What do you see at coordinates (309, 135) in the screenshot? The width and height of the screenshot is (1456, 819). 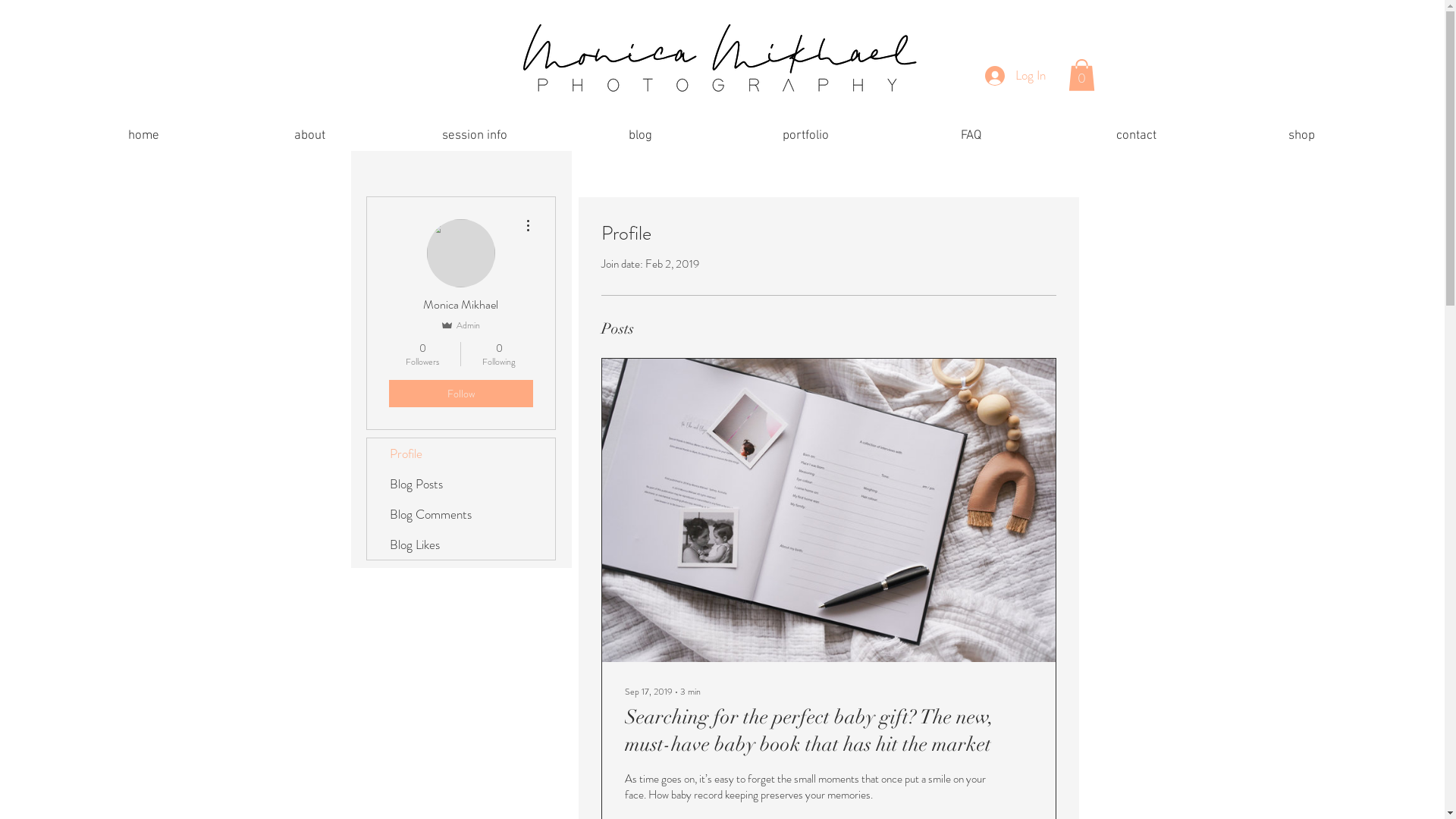 I see `'about'` at bounding box center [309, 135].